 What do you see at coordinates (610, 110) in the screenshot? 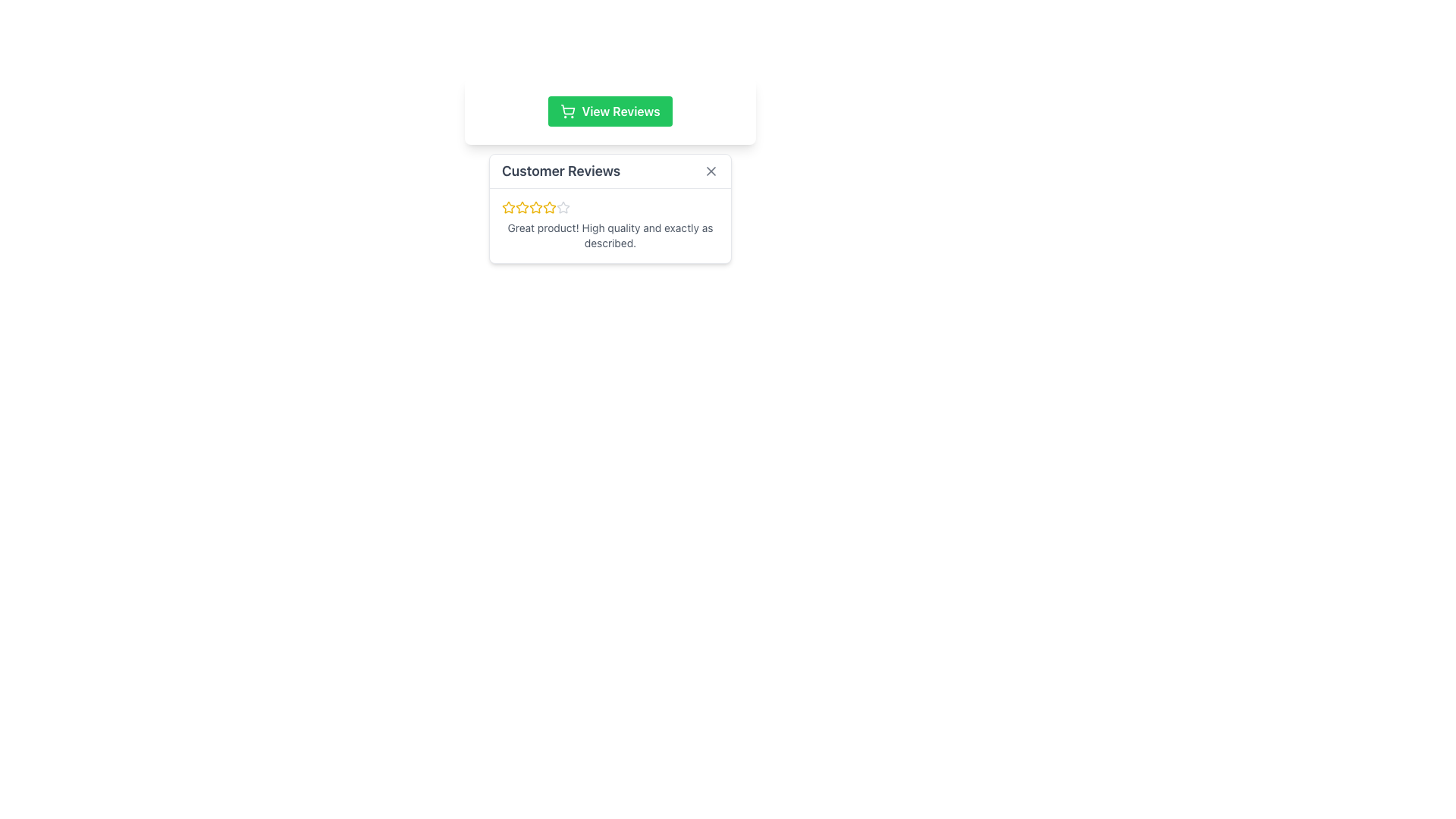
I see `the green 'View Reviews' button with rounded corners, which features a white text label and a shopping cart icon` at bounding box center [610, 110].